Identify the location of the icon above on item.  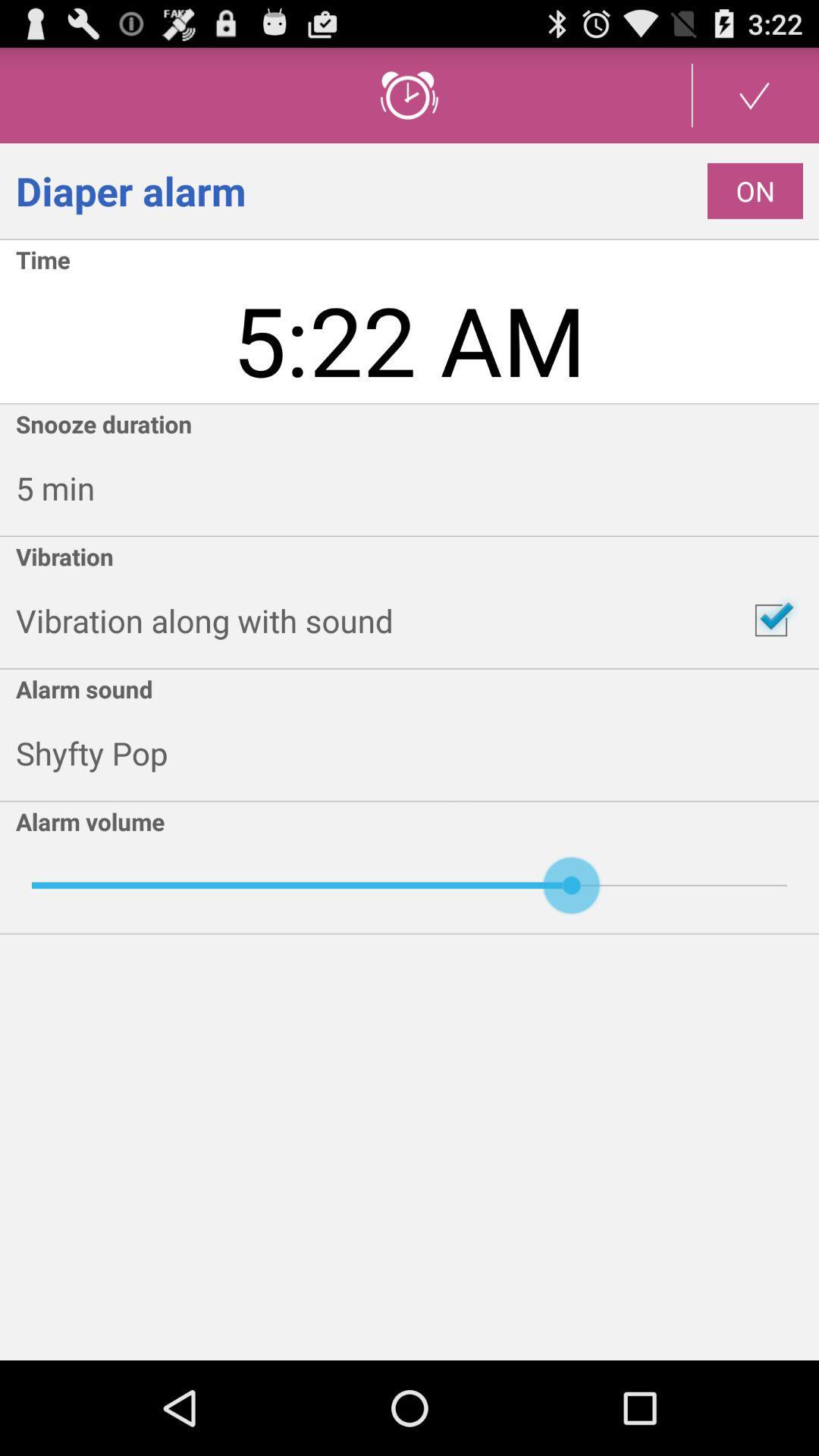
(755, 94).